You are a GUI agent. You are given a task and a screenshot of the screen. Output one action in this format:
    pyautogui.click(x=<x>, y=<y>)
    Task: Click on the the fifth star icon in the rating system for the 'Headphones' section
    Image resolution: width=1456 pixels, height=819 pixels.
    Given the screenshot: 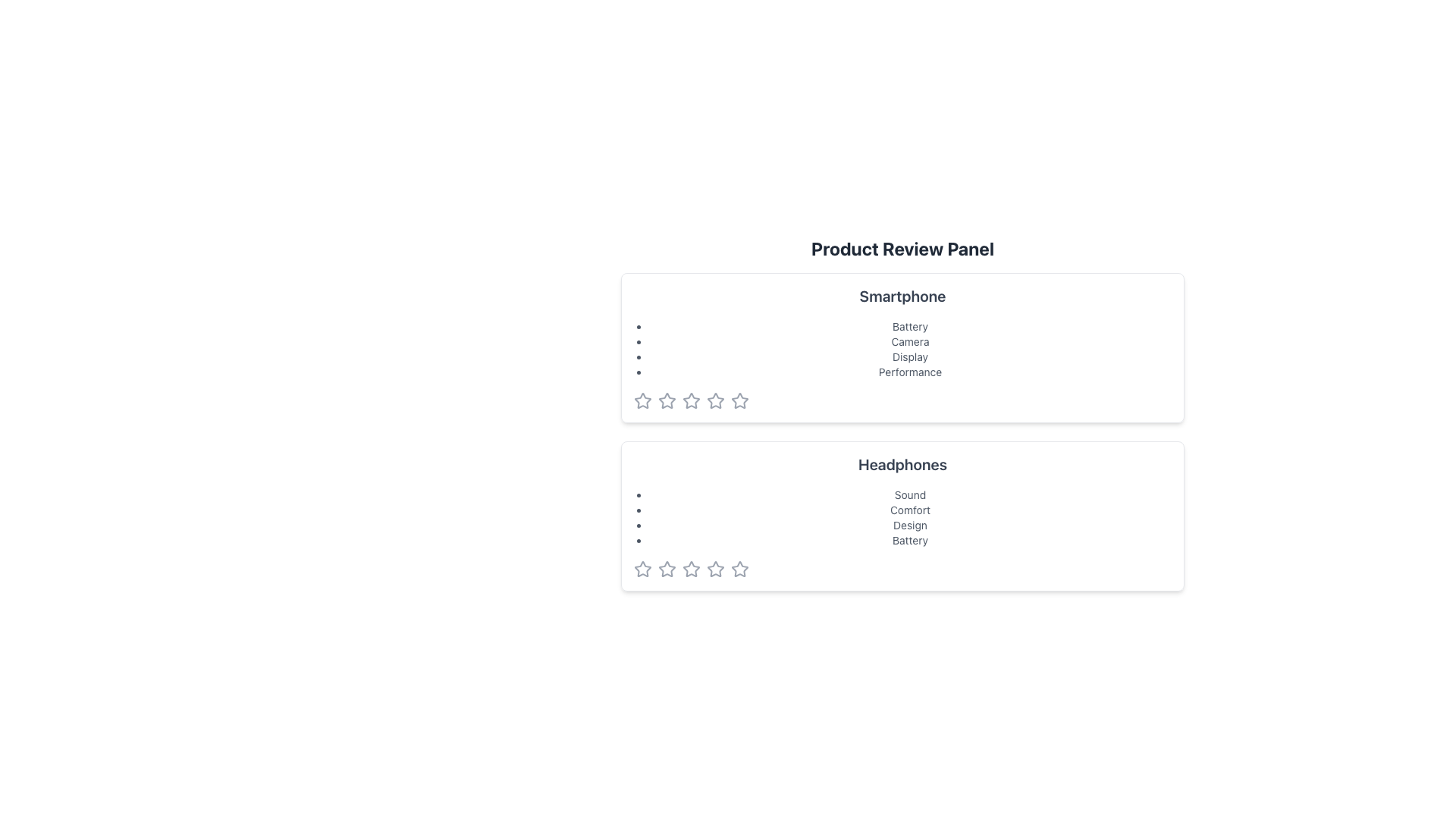 What is the action you would take?
    pyautogui.click(x=739, y=569)
    